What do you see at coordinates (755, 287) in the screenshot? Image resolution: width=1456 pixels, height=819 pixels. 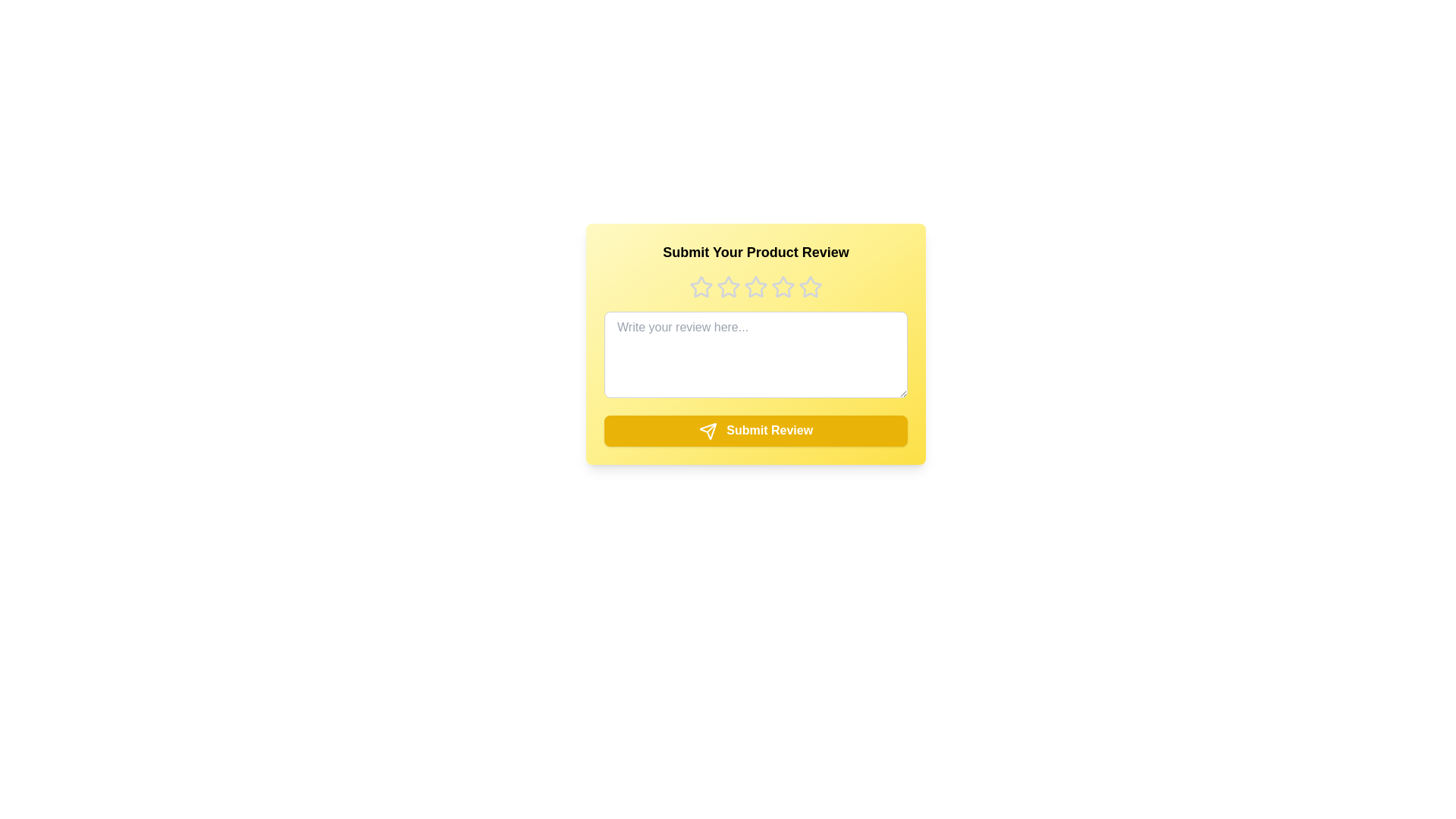 I see `the third star icon` at bounding box center [755, 287].